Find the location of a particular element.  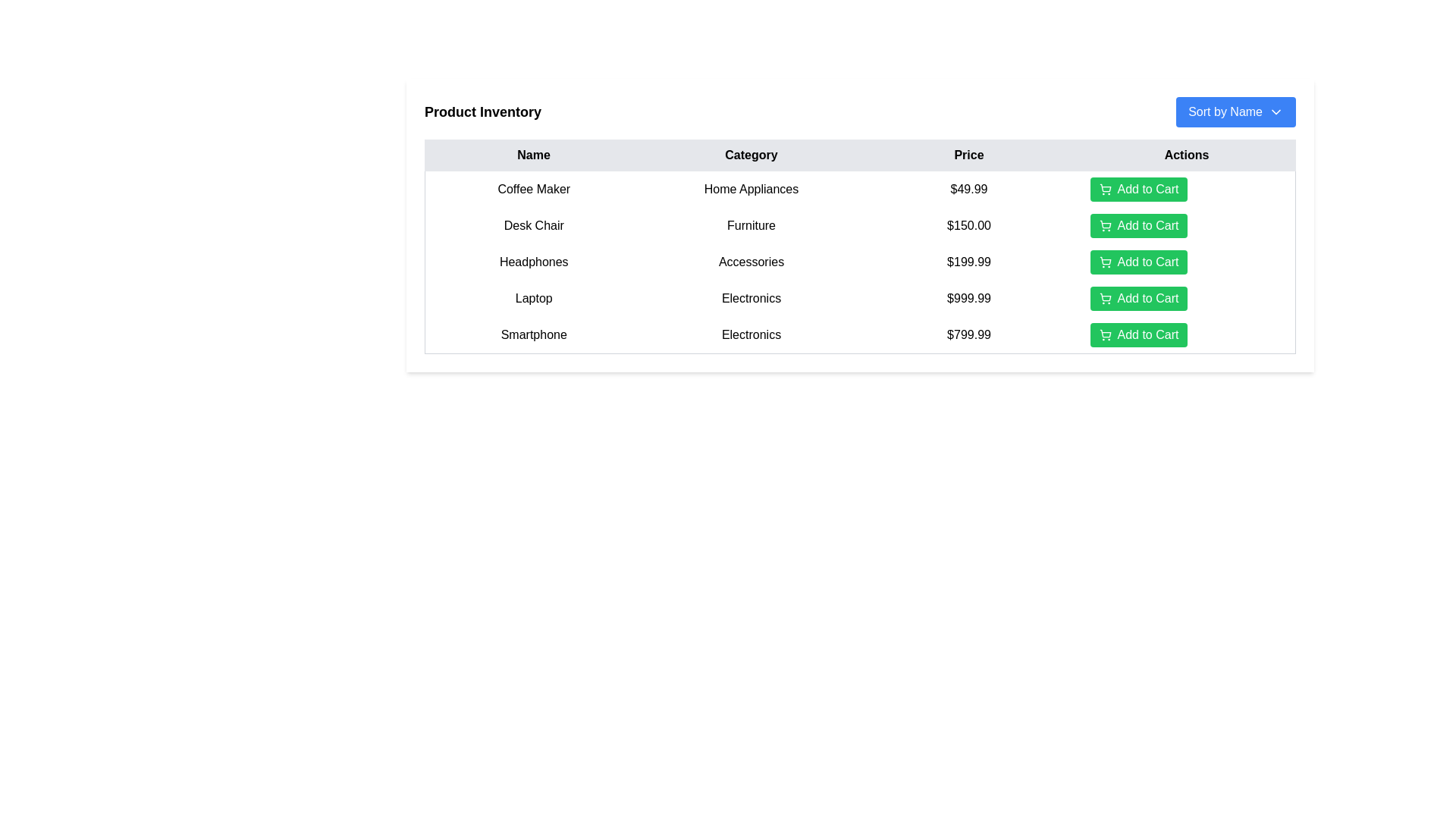

the 'Add to Cart' button for the Coffee Maker product, located in the last column of the first row under the 'Actions' column, to observe any hover effects is located at coordinates (1185, 188).